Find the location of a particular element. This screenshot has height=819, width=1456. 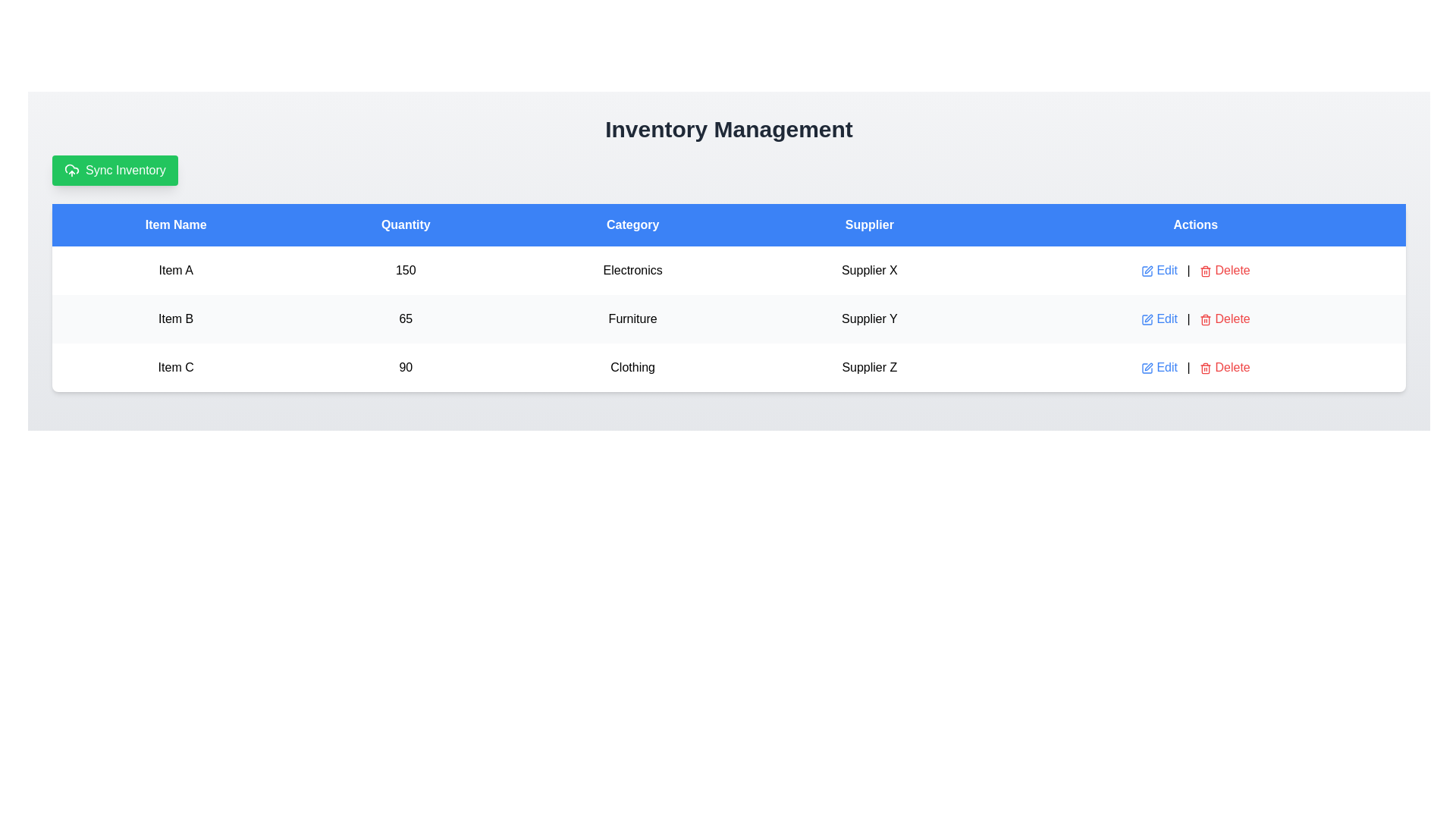

the Table Header Cell labeled 'Category', which is a bold text on a blue background positioned as the third cell in a table header row is located at coordinates (632, 225).